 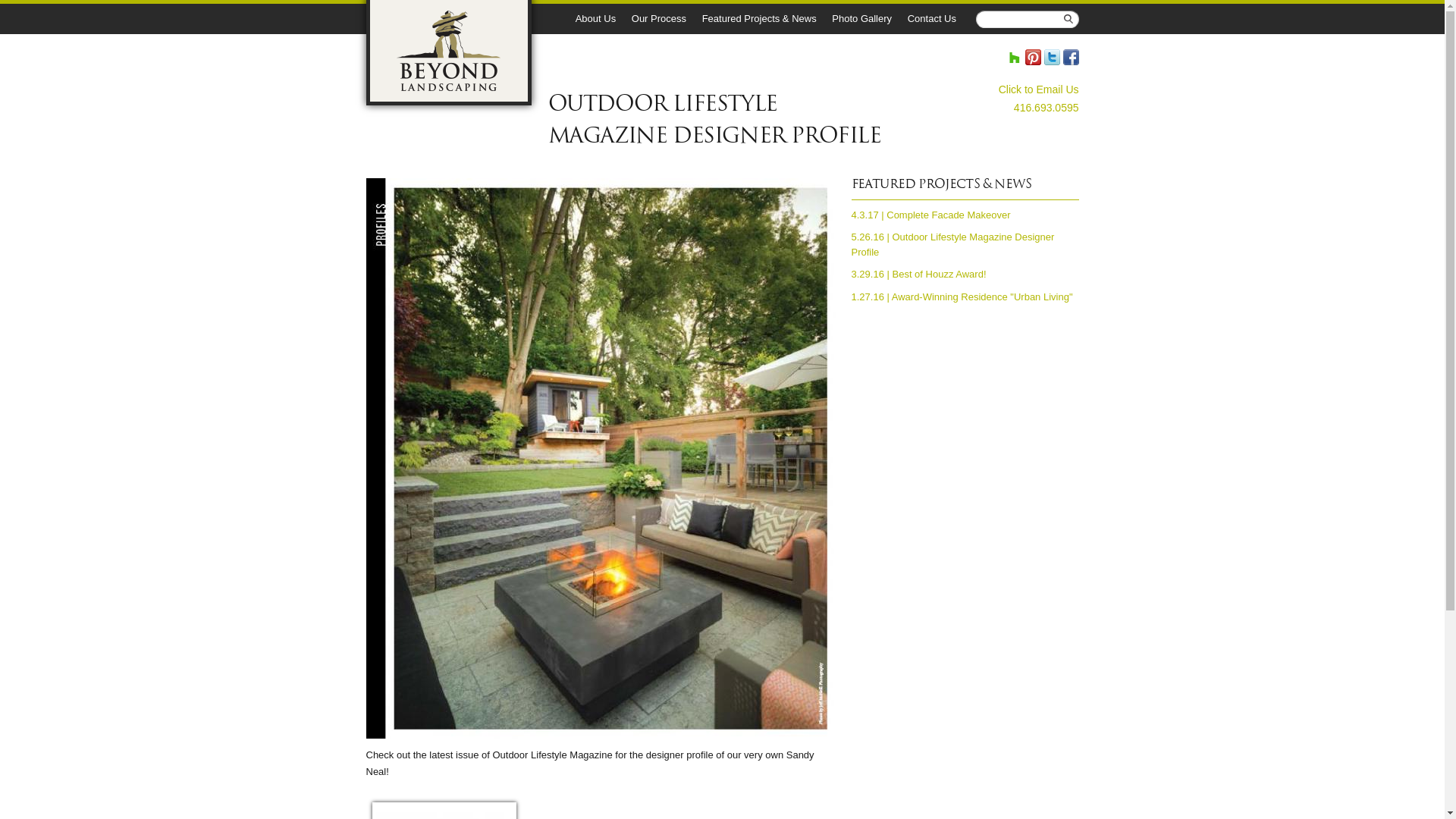 What do you see at coordinates (1014, 107) in the screenshot?
I see `'416.693.0595'` at bounding box center [1014, 107].